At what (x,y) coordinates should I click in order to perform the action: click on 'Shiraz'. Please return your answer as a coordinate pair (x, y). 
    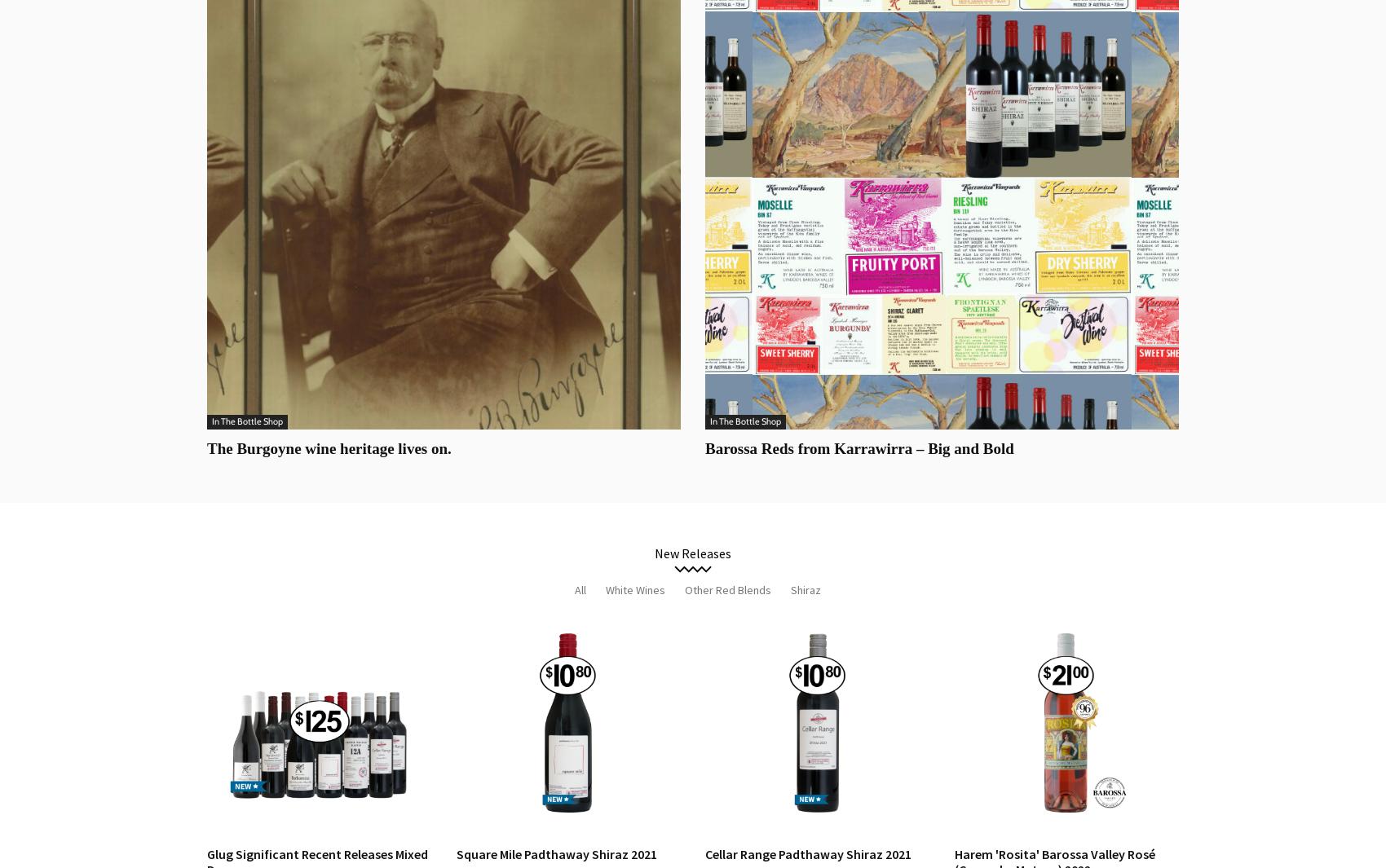
    Looking at the image, I should click on (805, 589).